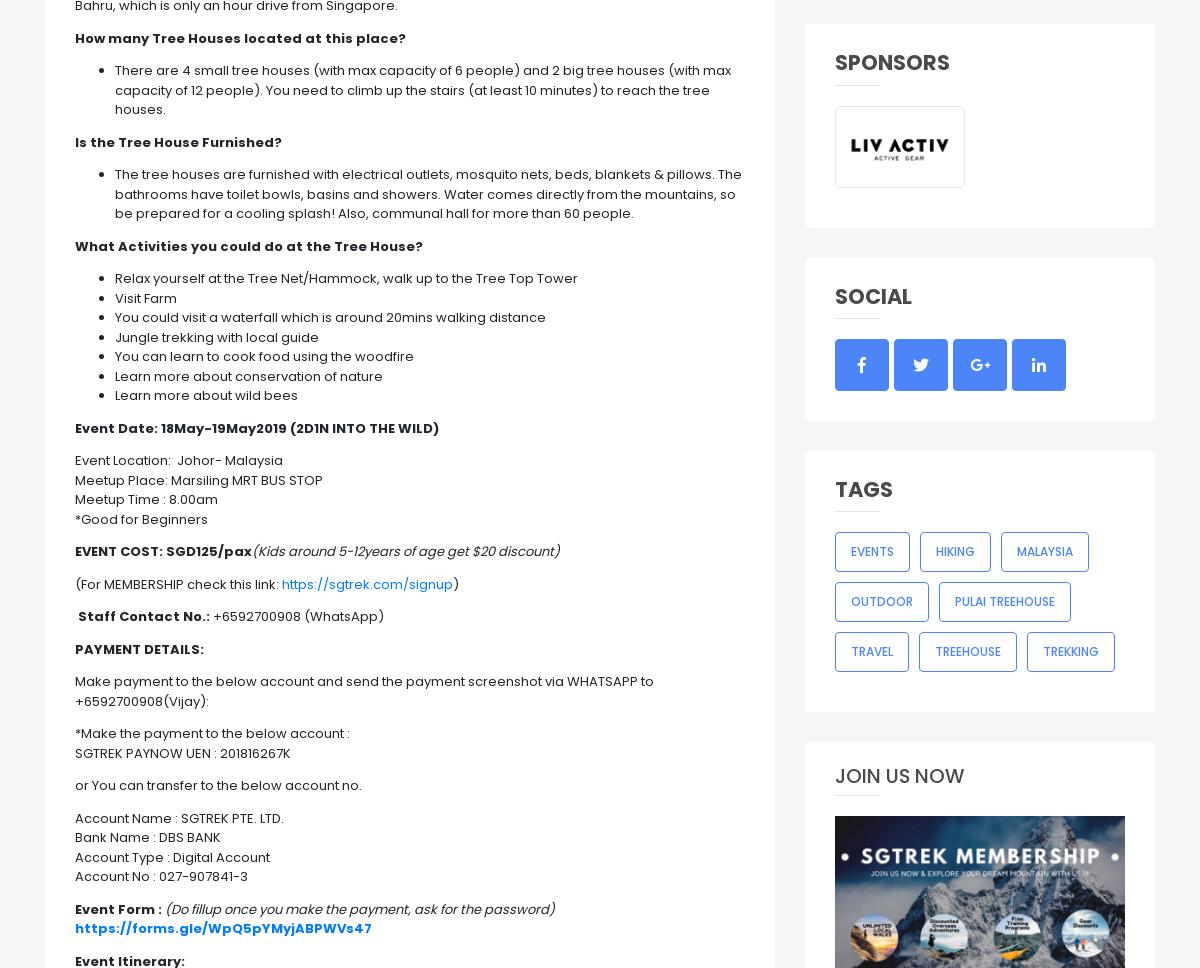 Image resolution: width=1200 pixels, height=968 pixels. Describe the element at coordinates (75, 908) in the screenshot. I see `'Event Form :'` at that location.